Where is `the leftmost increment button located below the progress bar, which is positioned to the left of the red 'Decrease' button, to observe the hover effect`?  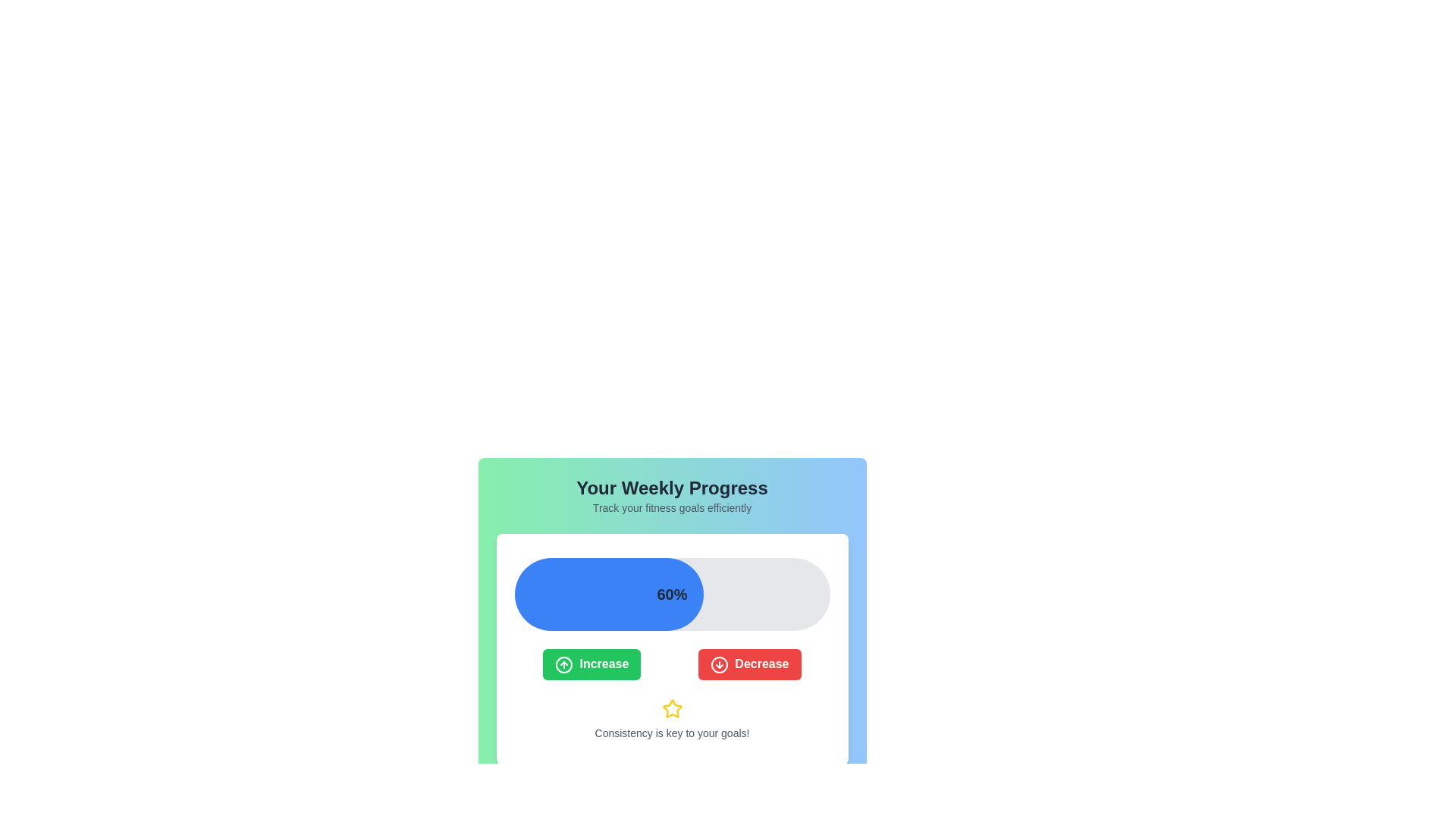 the leftmost increment button located below the progress bar, which is positioned to the left of the red 'Decrease' button, to observe the hover effect is located at coordinates (591, 664).